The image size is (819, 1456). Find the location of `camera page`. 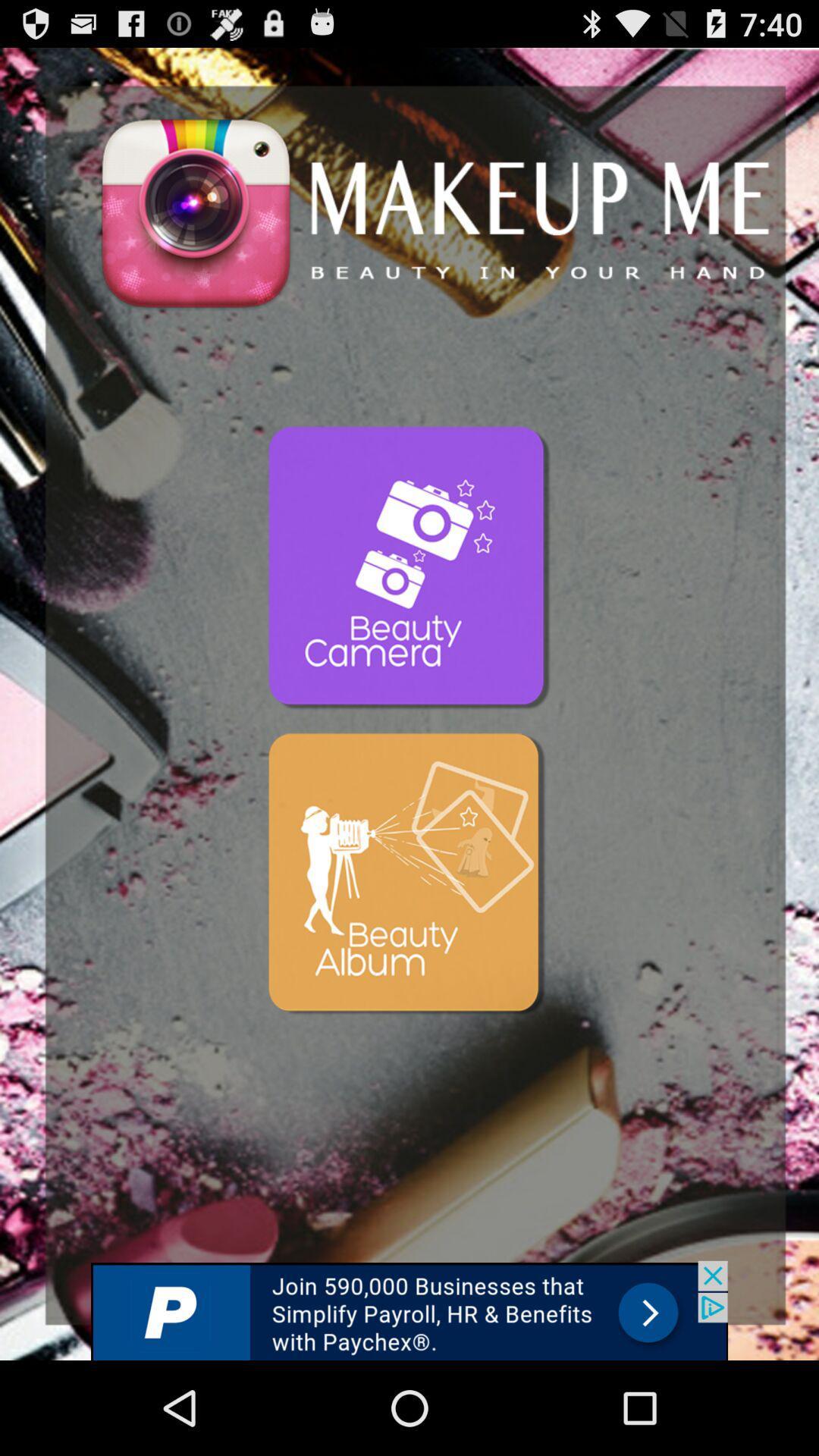

camera page is located at coordinates (409, 568).